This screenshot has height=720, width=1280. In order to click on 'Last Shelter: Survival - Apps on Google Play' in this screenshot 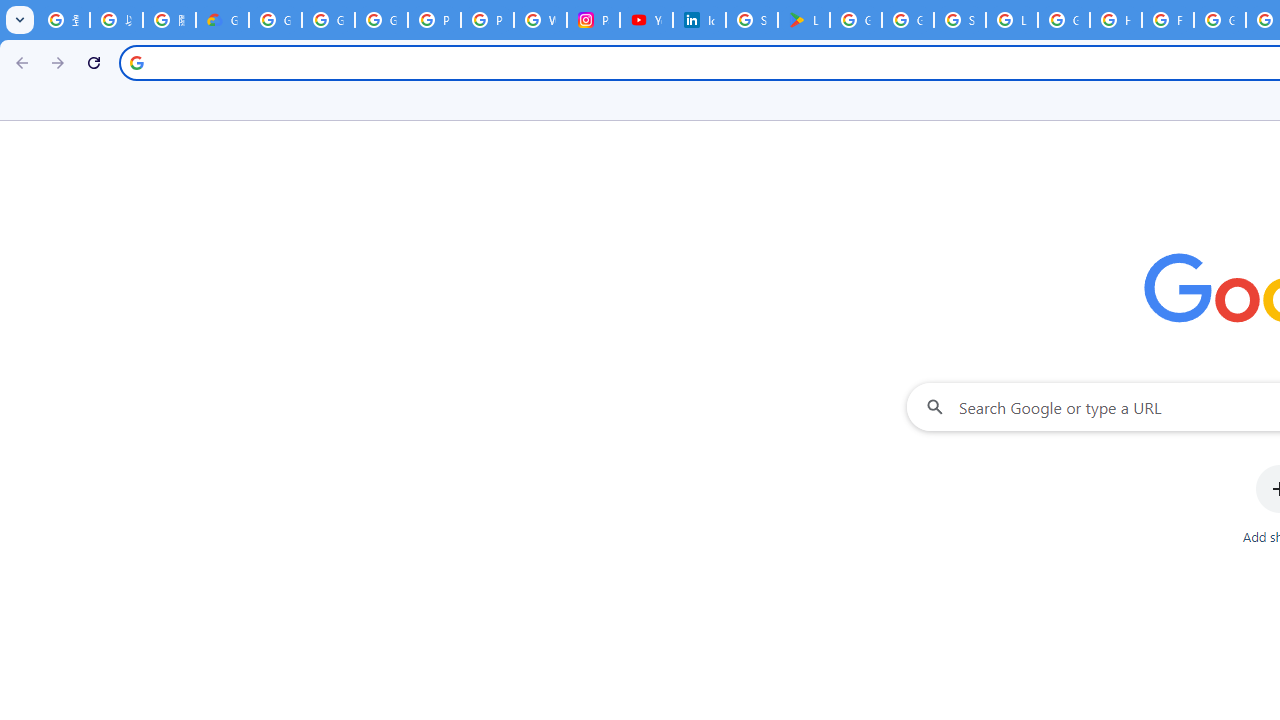, I will do `click(803, 20)`.